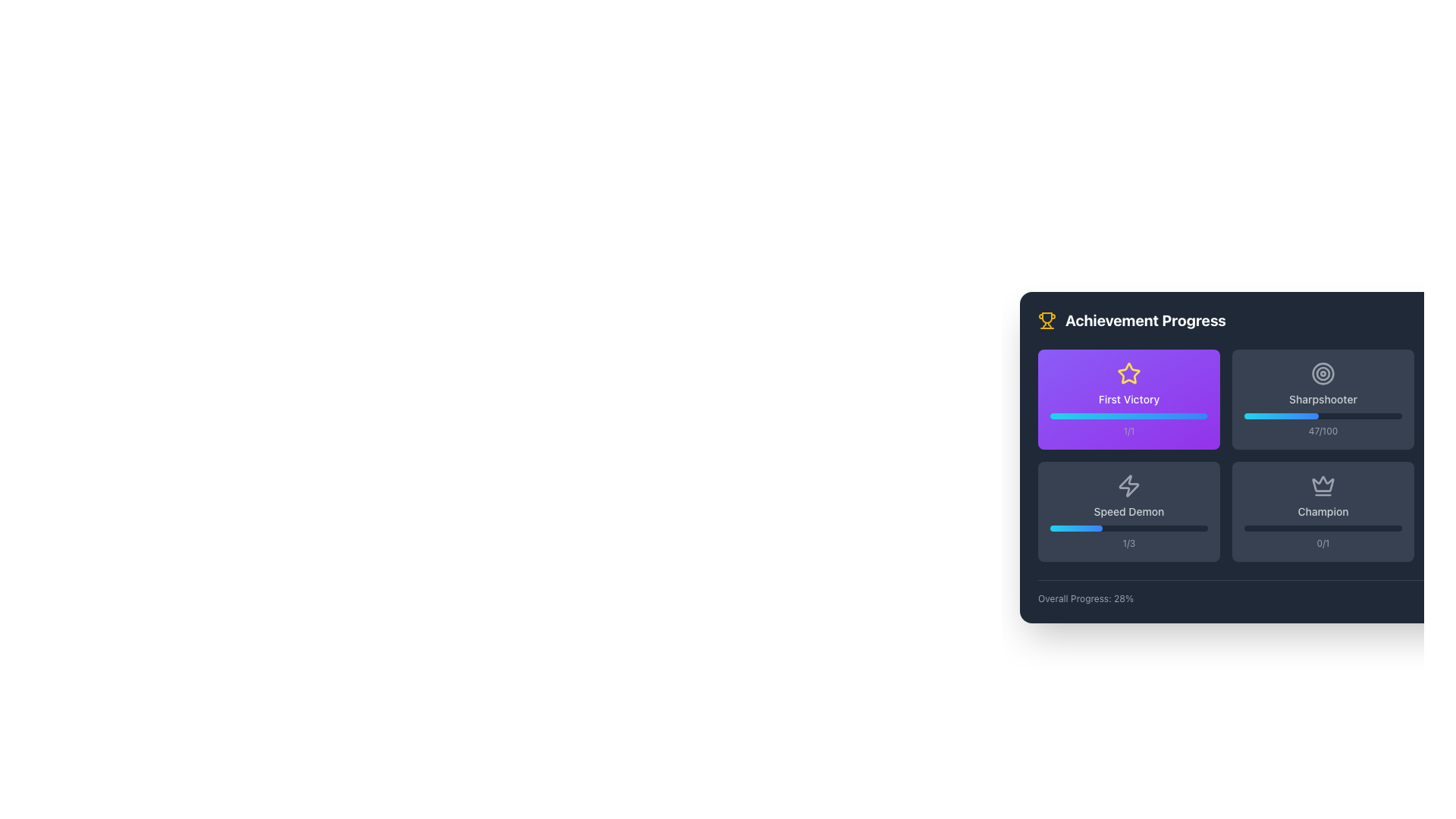 The height and width of the screenshot is (819, 1456). Describe the element at coordinates (1128, 374) in the screenshot. I see `the star-shaped icon representing the 'First Victory' achievement, located in the upper-left tile of the Achievement Progress grid` at that location.